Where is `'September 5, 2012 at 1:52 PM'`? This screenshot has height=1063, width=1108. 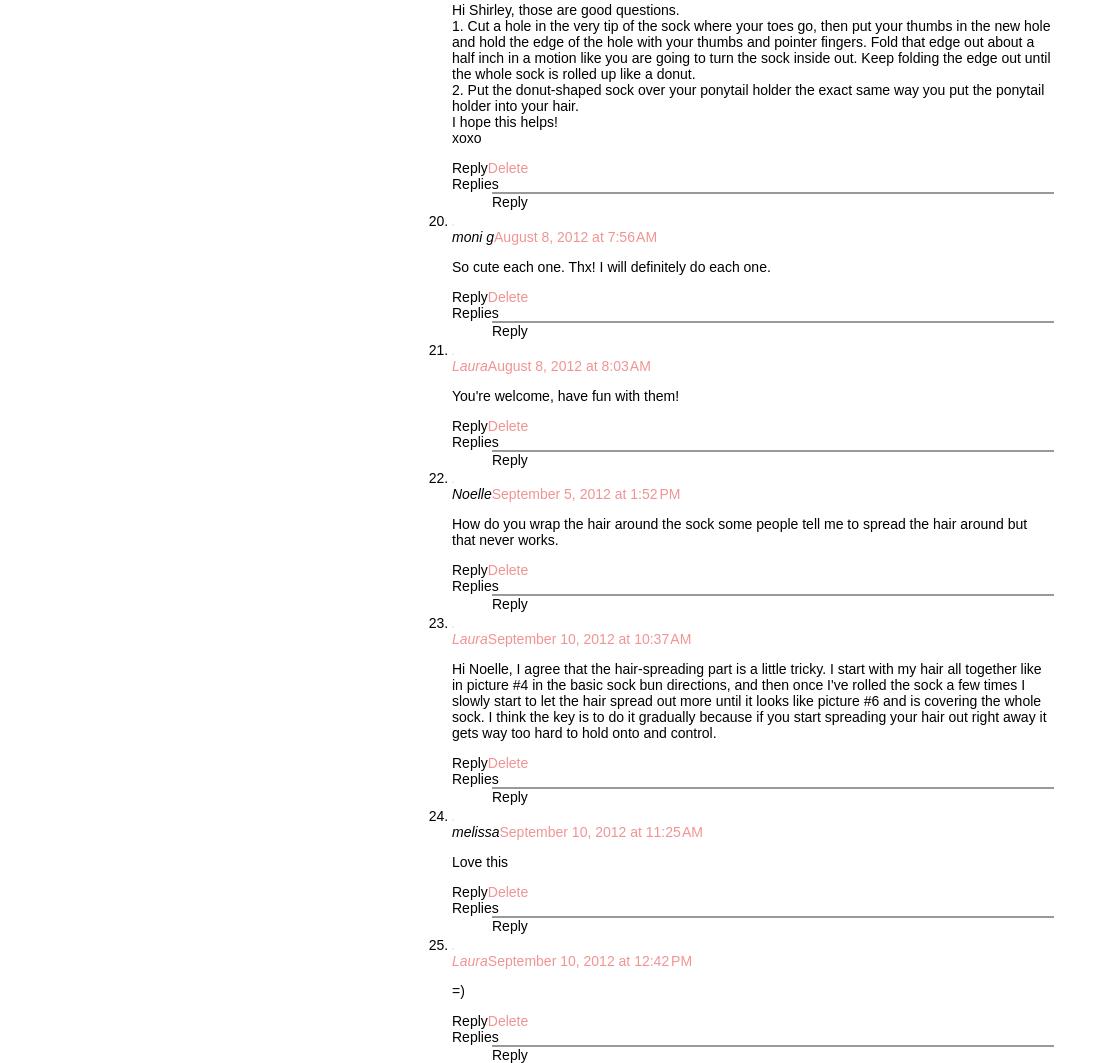
'September 5, 2012 at 1:52 PM' is located at coordinates (585, 493).